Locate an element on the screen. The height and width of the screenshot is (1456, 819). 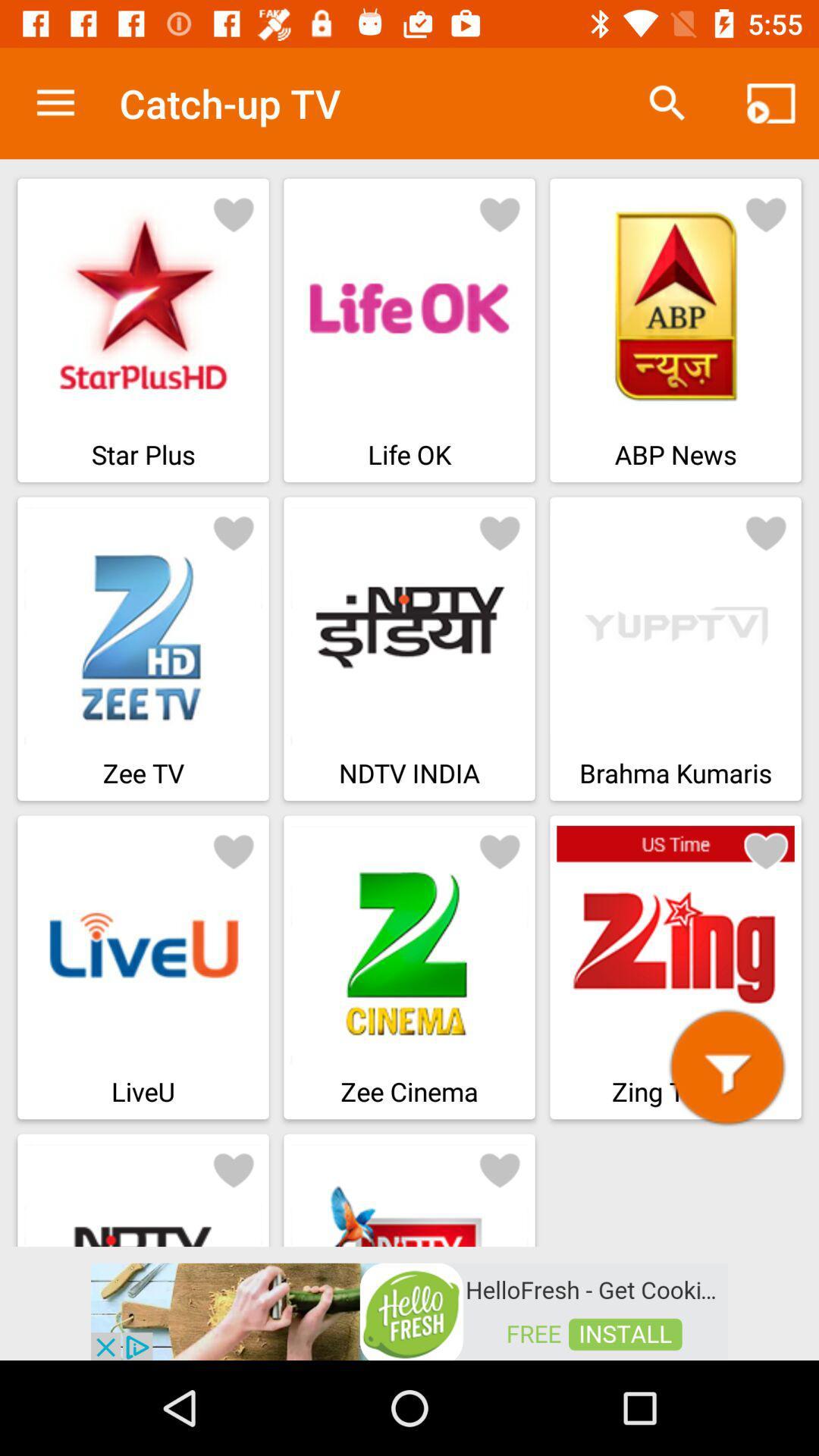
click on like button is located at coordinates (500, 213).